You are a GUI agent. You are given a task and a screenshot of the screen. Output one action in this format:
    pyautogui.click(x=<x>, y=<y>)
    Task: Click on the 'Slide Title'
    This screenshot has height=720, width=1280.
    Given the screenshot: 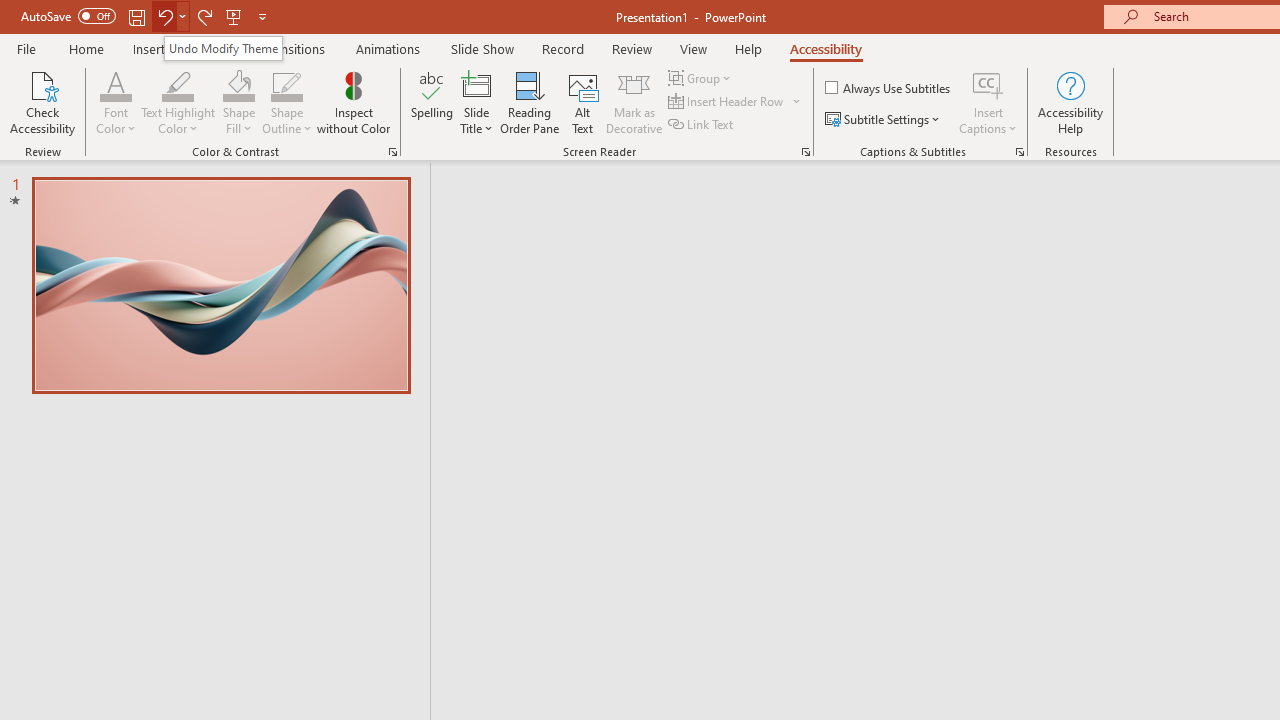 What is the action you would take?
    pyautogui.click(x=475, y=103)
    